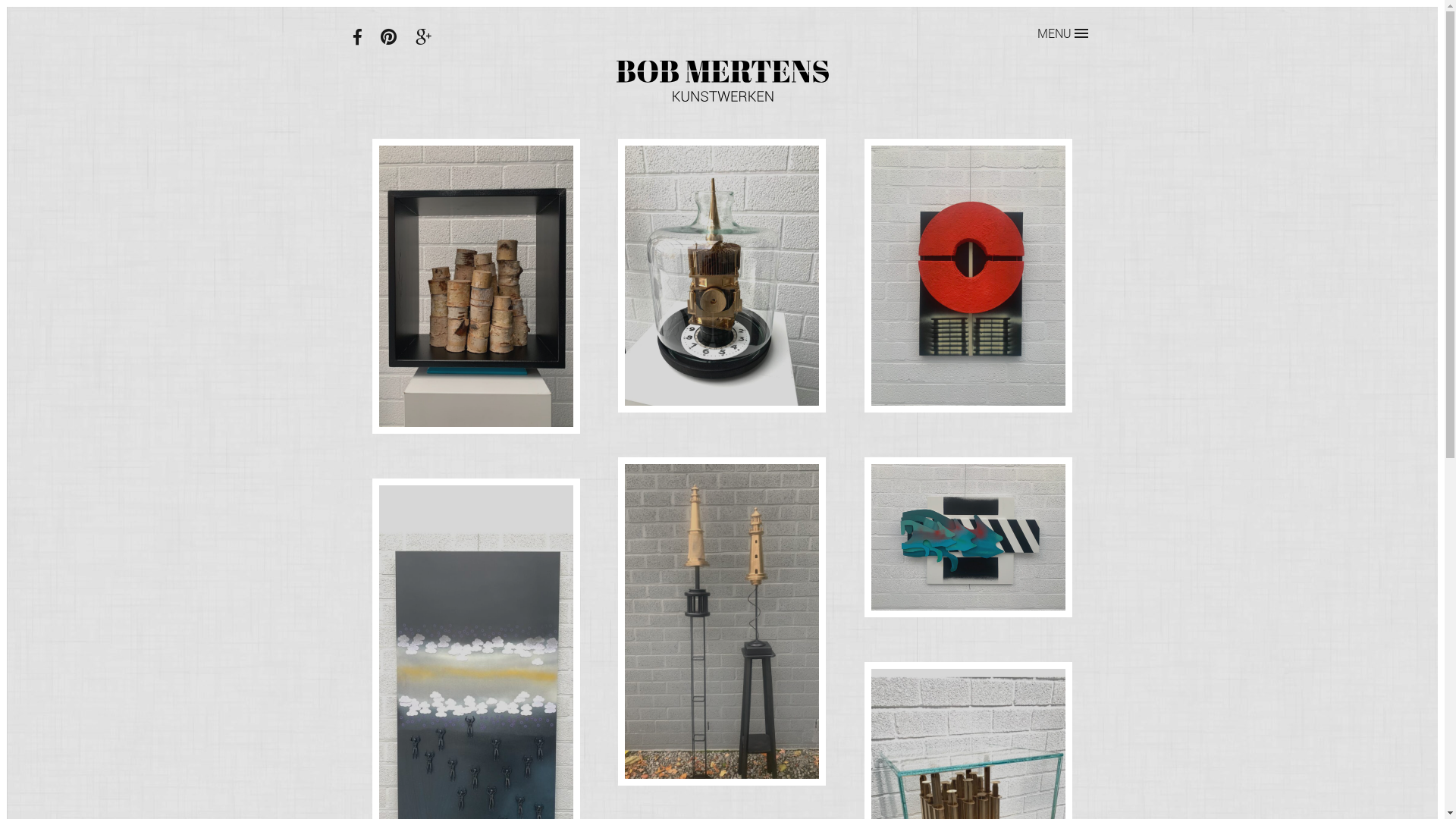  I want to click on 'IMG_1337', so click(721, 621).